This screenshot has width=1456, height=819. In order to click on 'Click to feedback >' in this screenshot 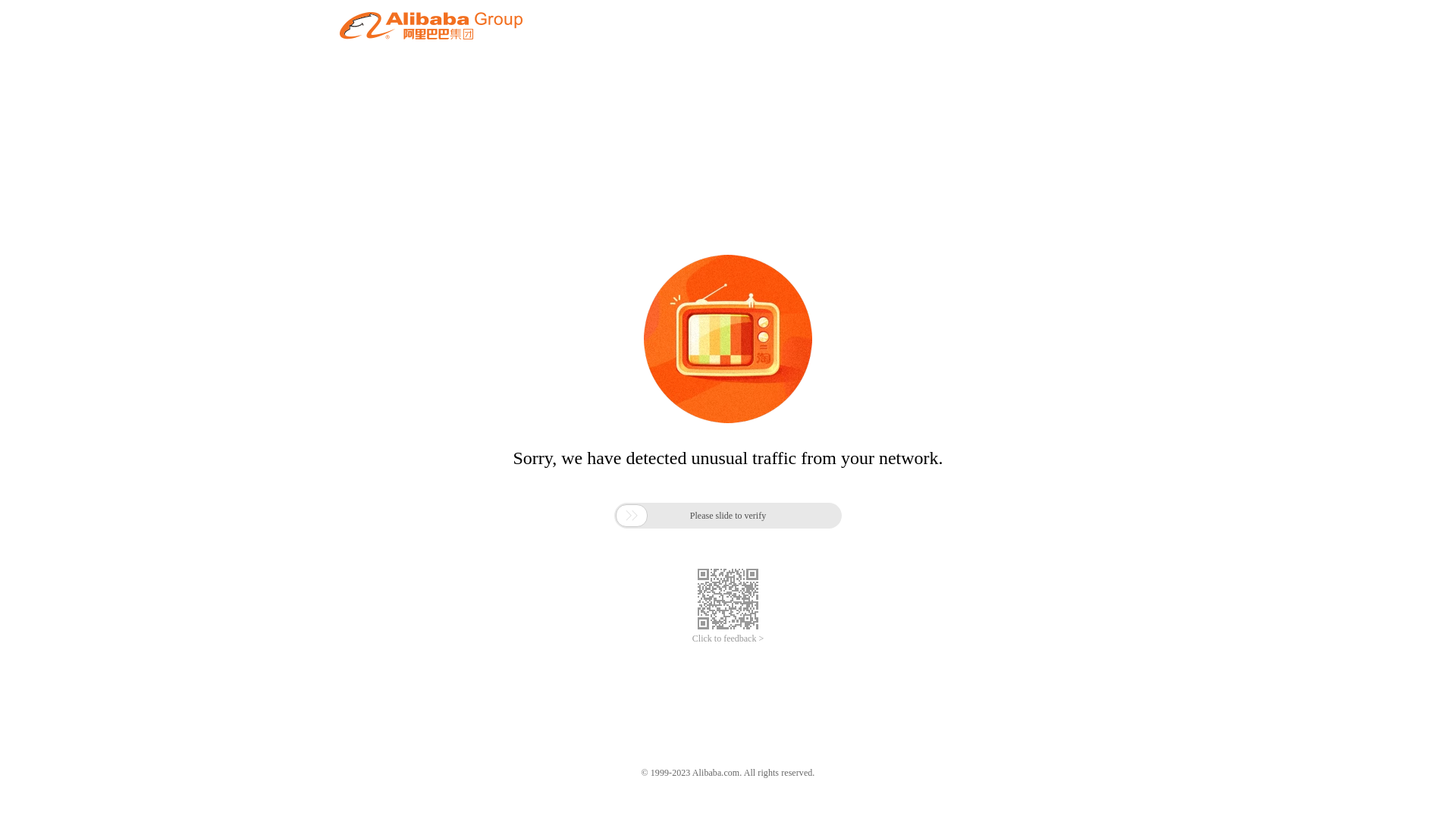, I will do `click(728, 639)`.